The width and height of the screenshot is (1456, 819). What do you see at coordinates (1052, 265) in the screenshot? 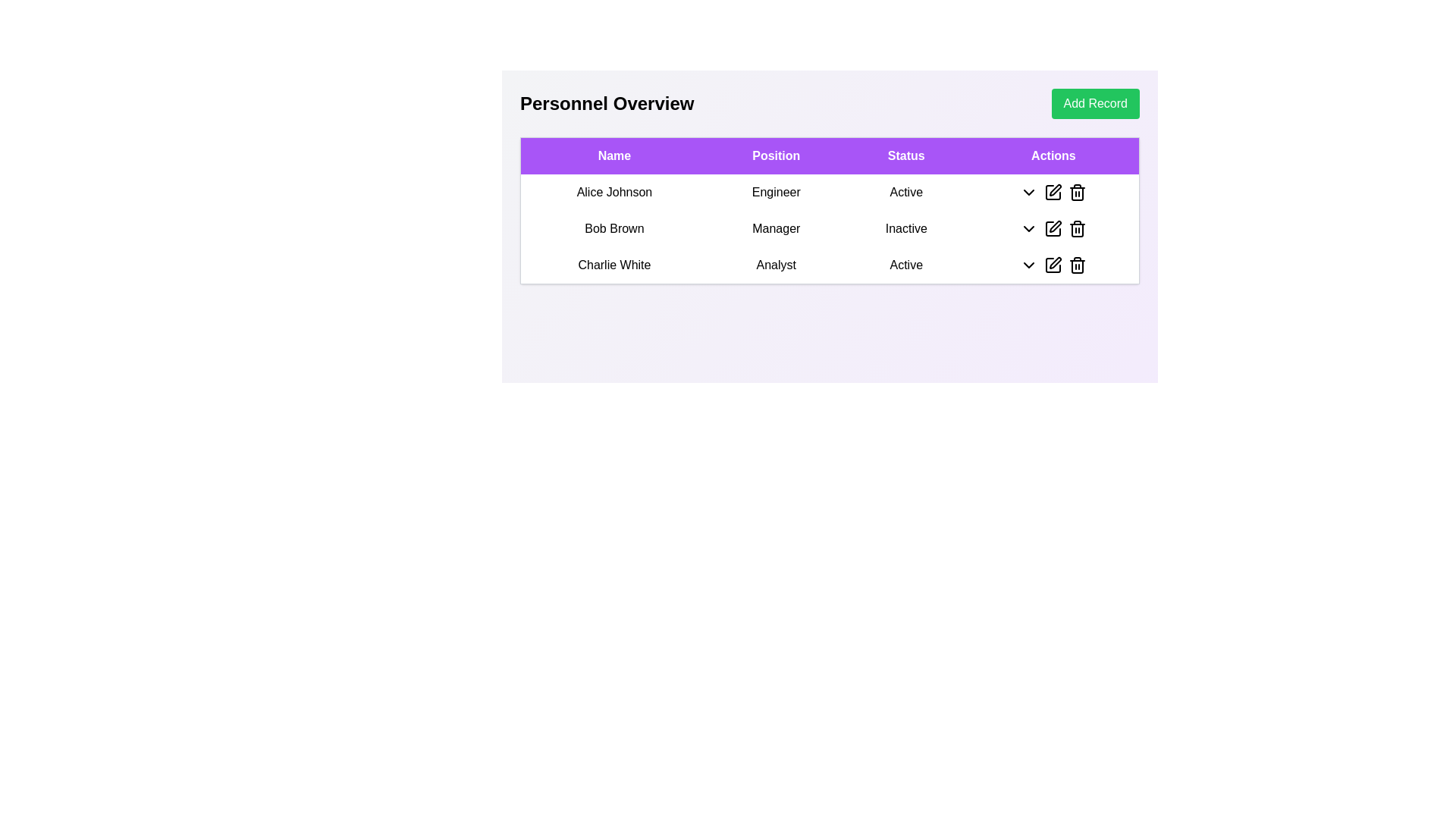
I see `the pencil icon in the Action Button Group for 'Charlie White'` at bounding box center [1052, 265].